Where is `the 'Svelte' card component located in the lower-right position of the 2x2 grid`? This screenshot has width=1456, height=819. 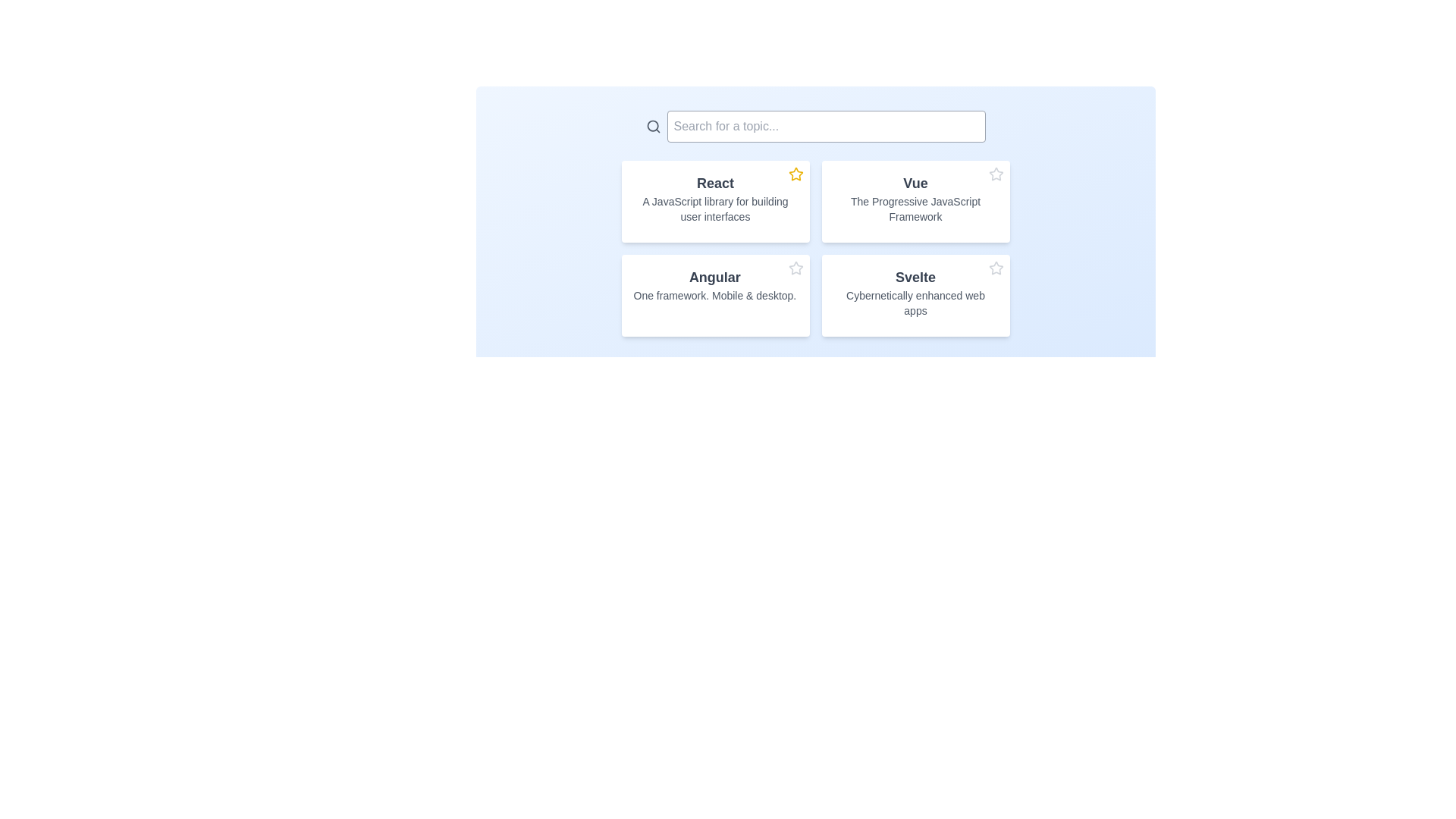 the 'Svelte' card component located in the lower-right position of the 2x2 grid is located at coordinates (915, 295).